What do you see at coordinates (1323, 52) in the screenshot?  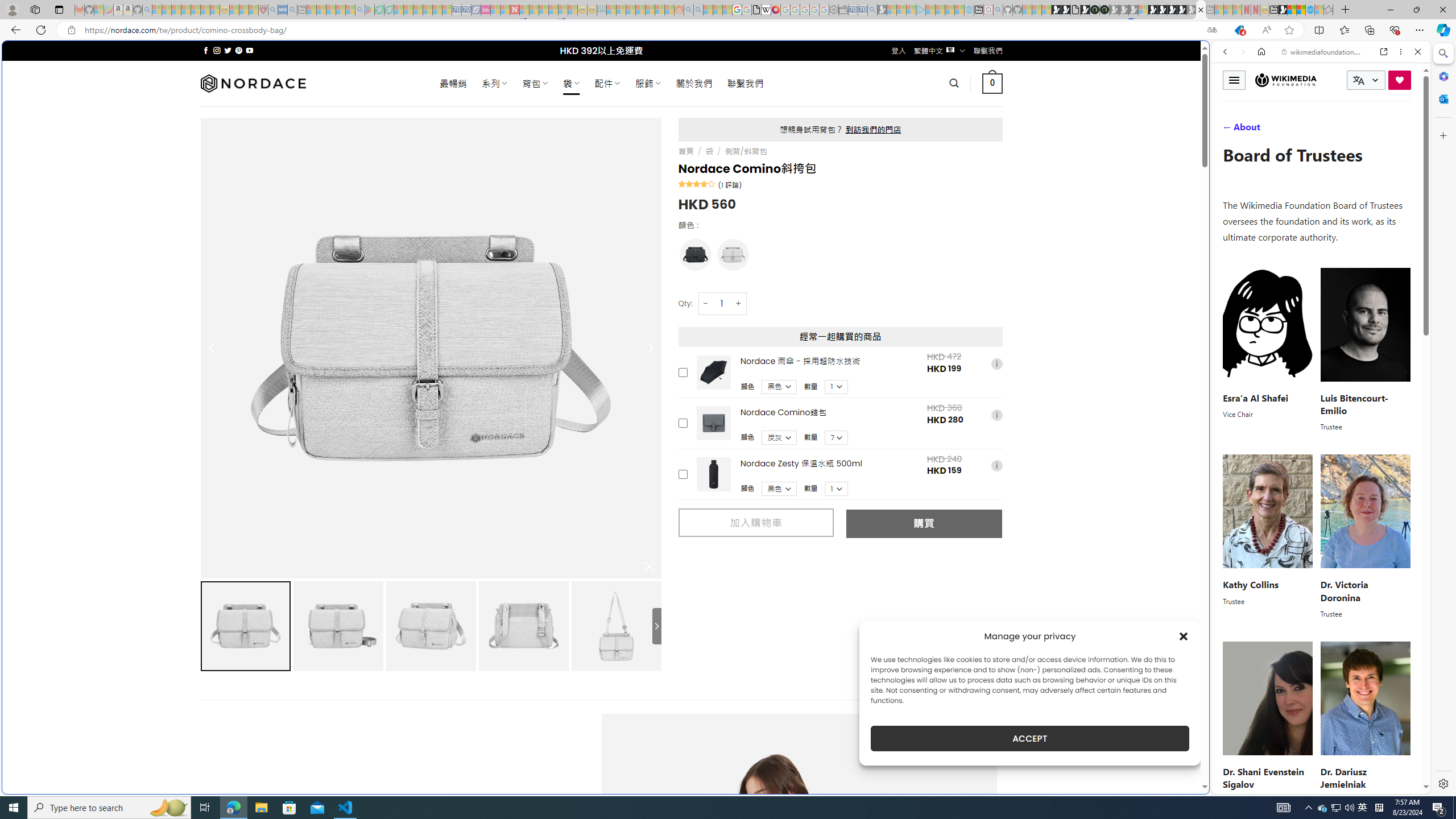 I see `'wikimediafoundation.org'` at bounding box center [1323, 52].